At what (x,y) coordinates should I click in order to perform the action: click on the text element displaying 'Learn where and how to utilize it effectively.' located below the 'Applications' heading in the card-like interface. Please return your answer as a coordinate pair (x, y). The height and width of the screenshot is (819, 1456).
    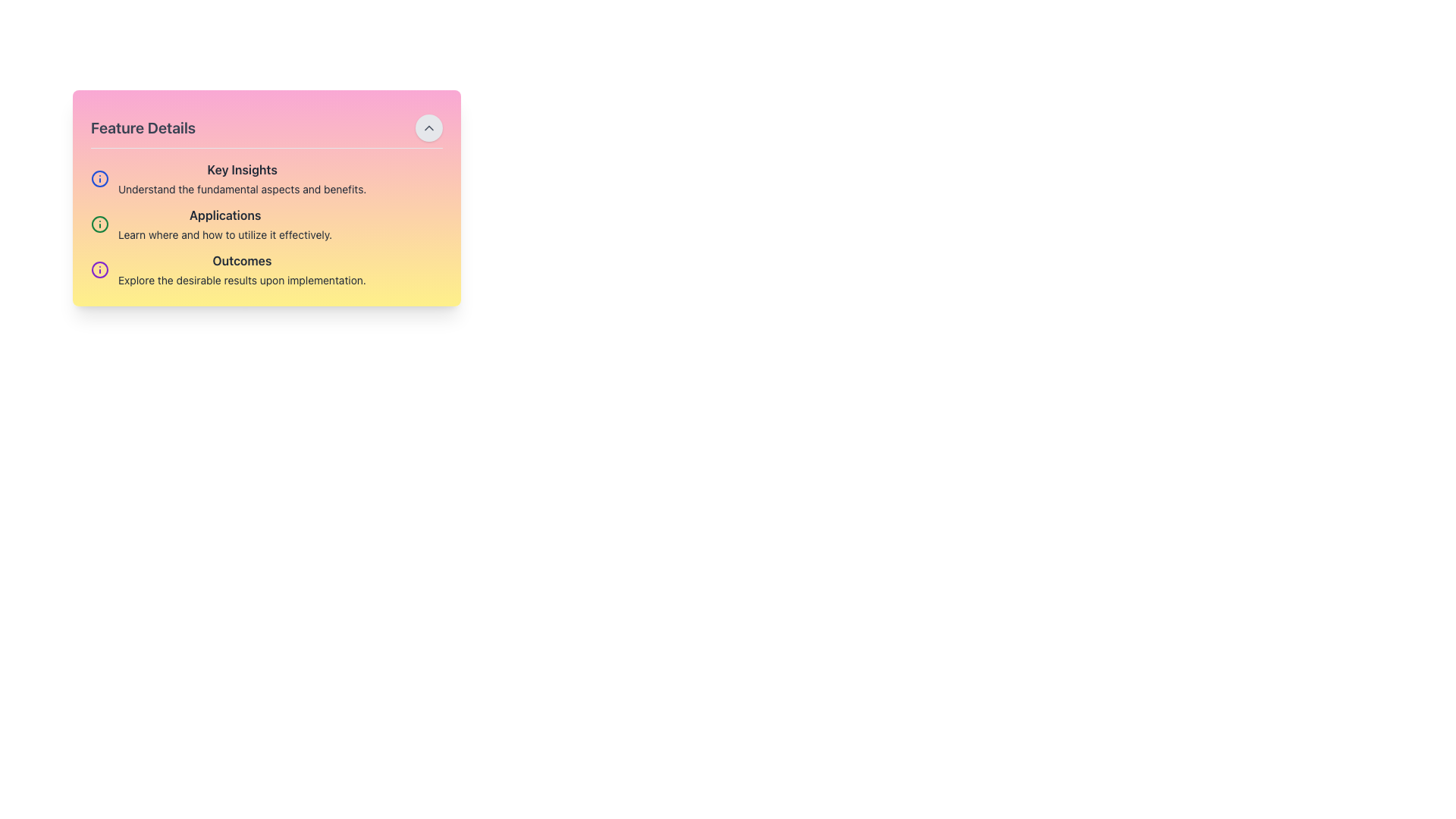
    Looking at the image, I should click on (224, 234).